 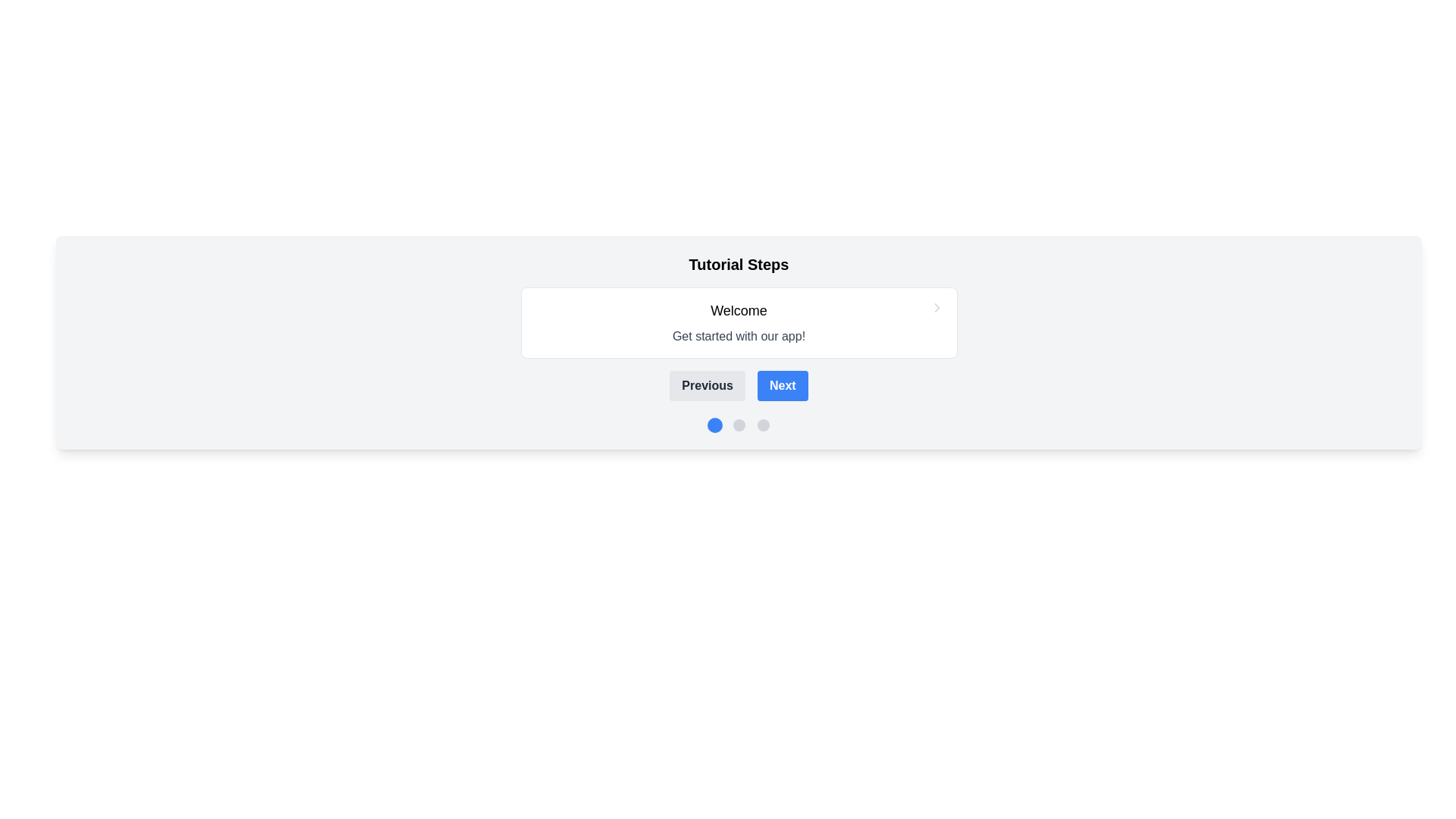 I want to click on the 'Next' button located to the right of the 'Previous' button, so click(x=783, y=385).